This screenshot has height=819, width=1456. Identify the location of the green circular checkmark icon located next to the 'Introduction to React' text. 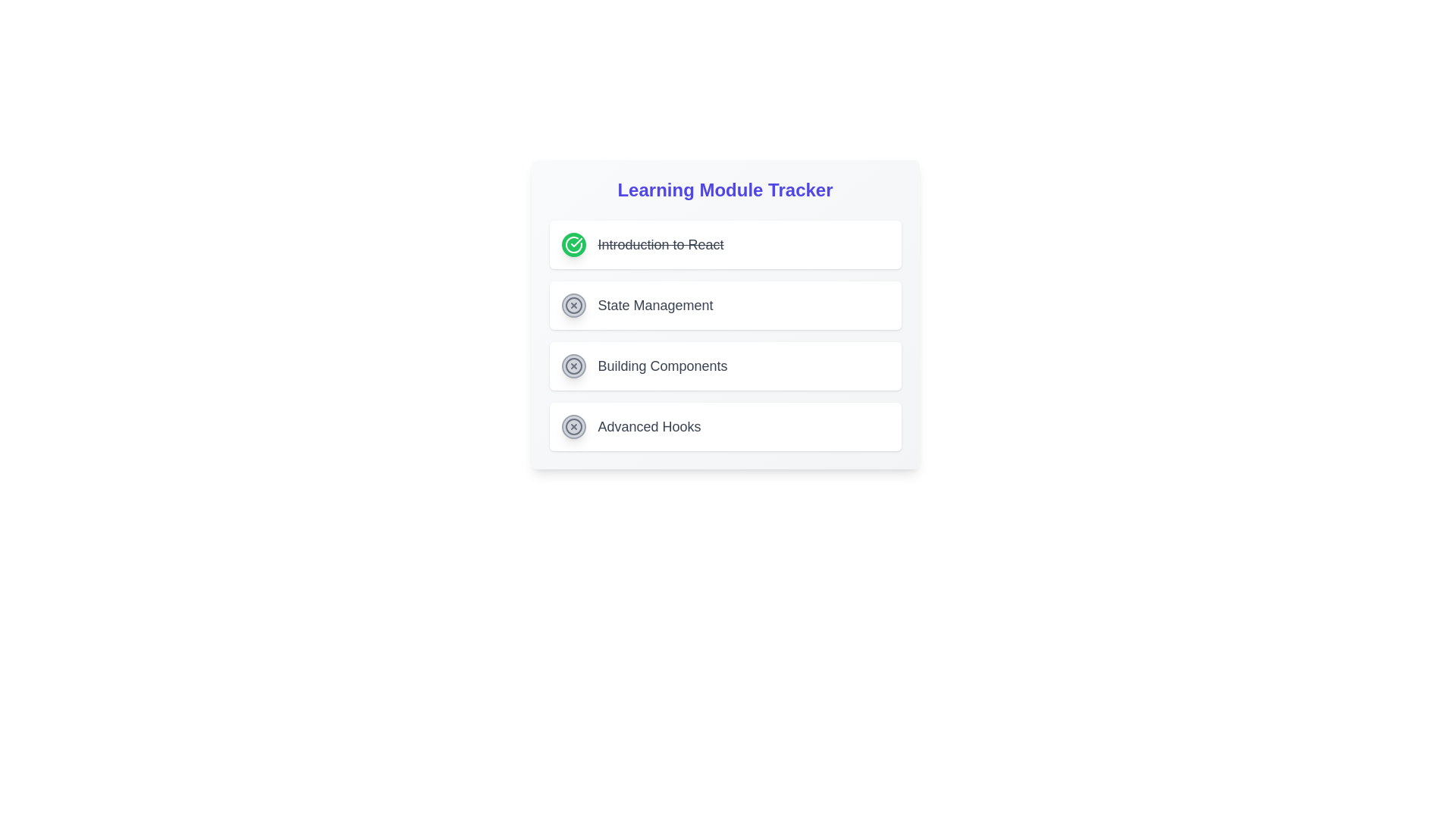
(575, 242).